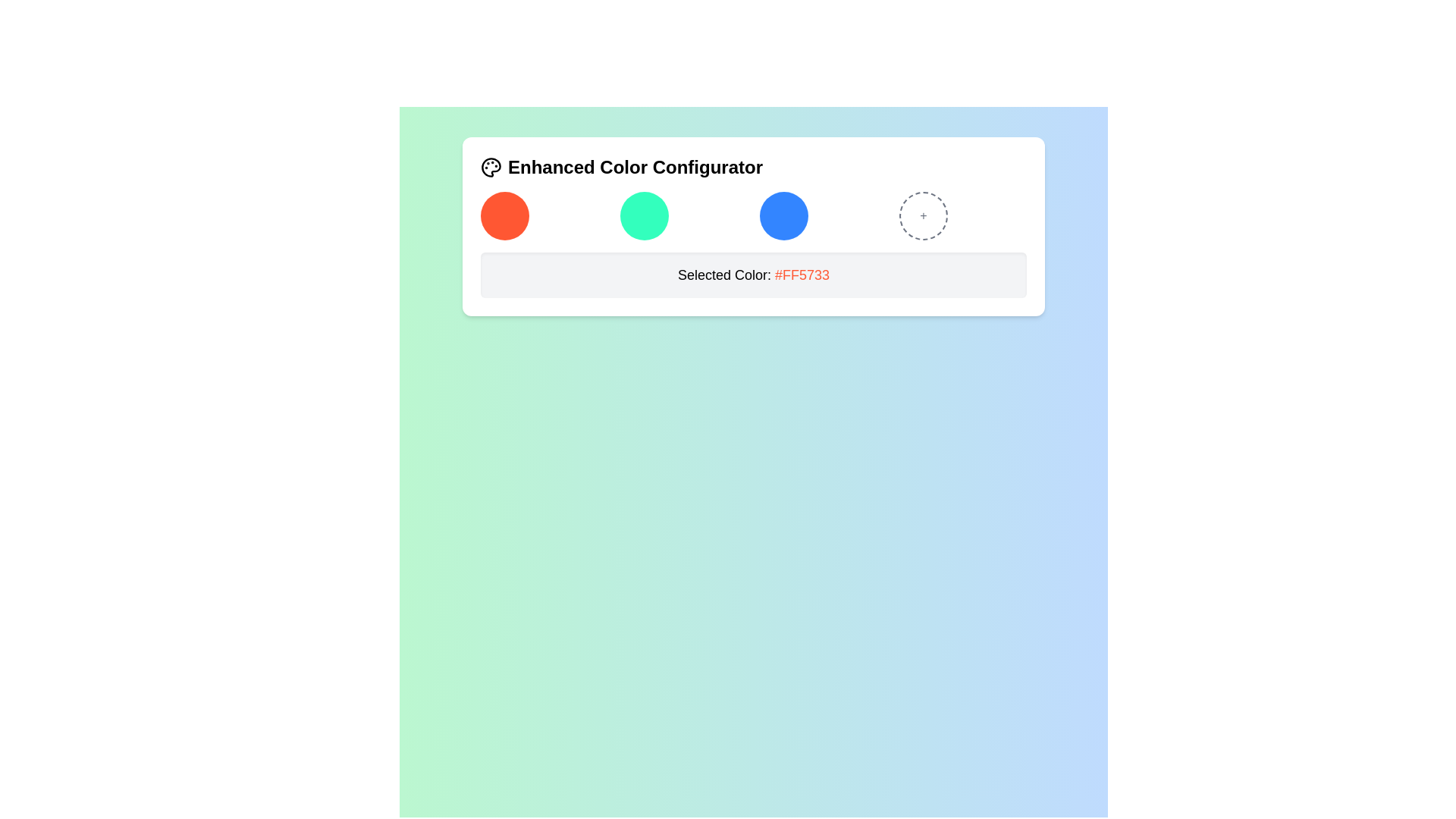  What do you see at coordinates (644, 216) in the screenshot?
I see `the vibrant green circular selectable button located between the orange circle on the left and the blue circle on the right` at bounding box center [644, 216].